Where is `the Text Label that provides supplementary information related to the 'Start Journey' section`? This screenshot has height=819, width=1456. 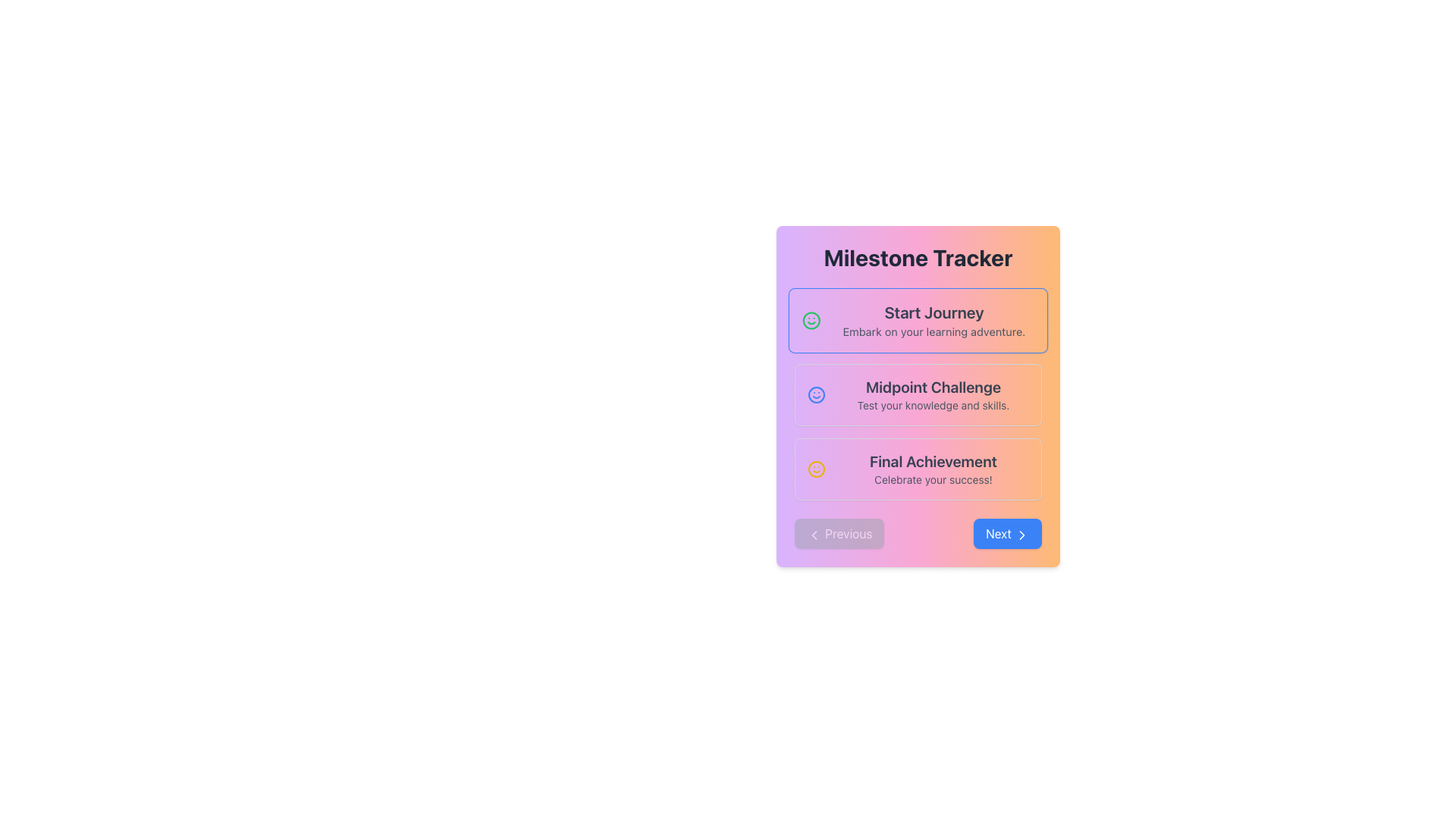
the Text Label that provides supplementary information related to the 'Start Journey' section is located at coordinates (934, 330).